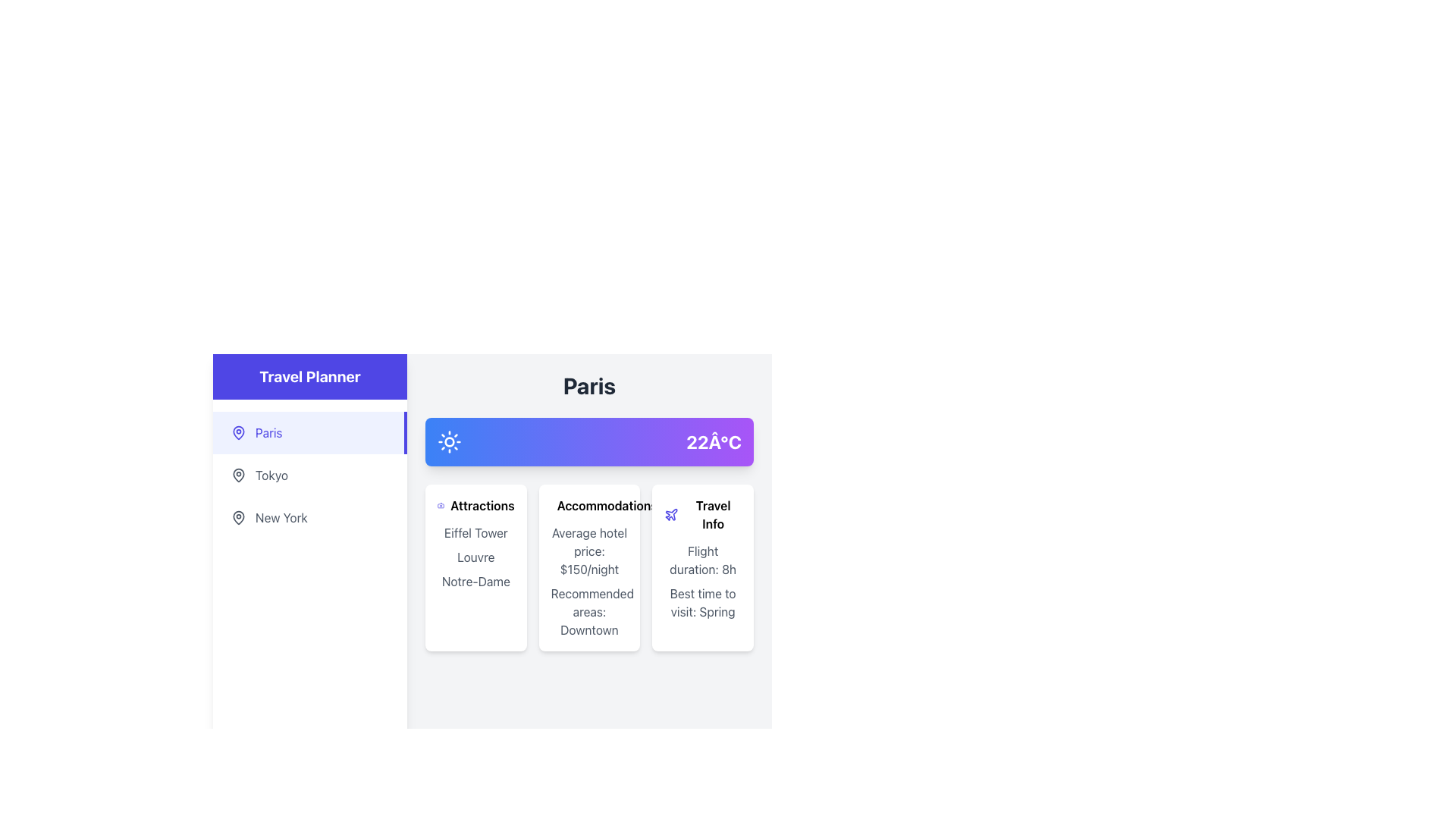 This screenshot has height=819, width=1456. What do you see at coordinates (702, 560) in the screenshot?
I see `text component displaying 'Flight duration: 8h' located within the bottom section of the 'Travel Info' card` at bounding box center [702, 560].